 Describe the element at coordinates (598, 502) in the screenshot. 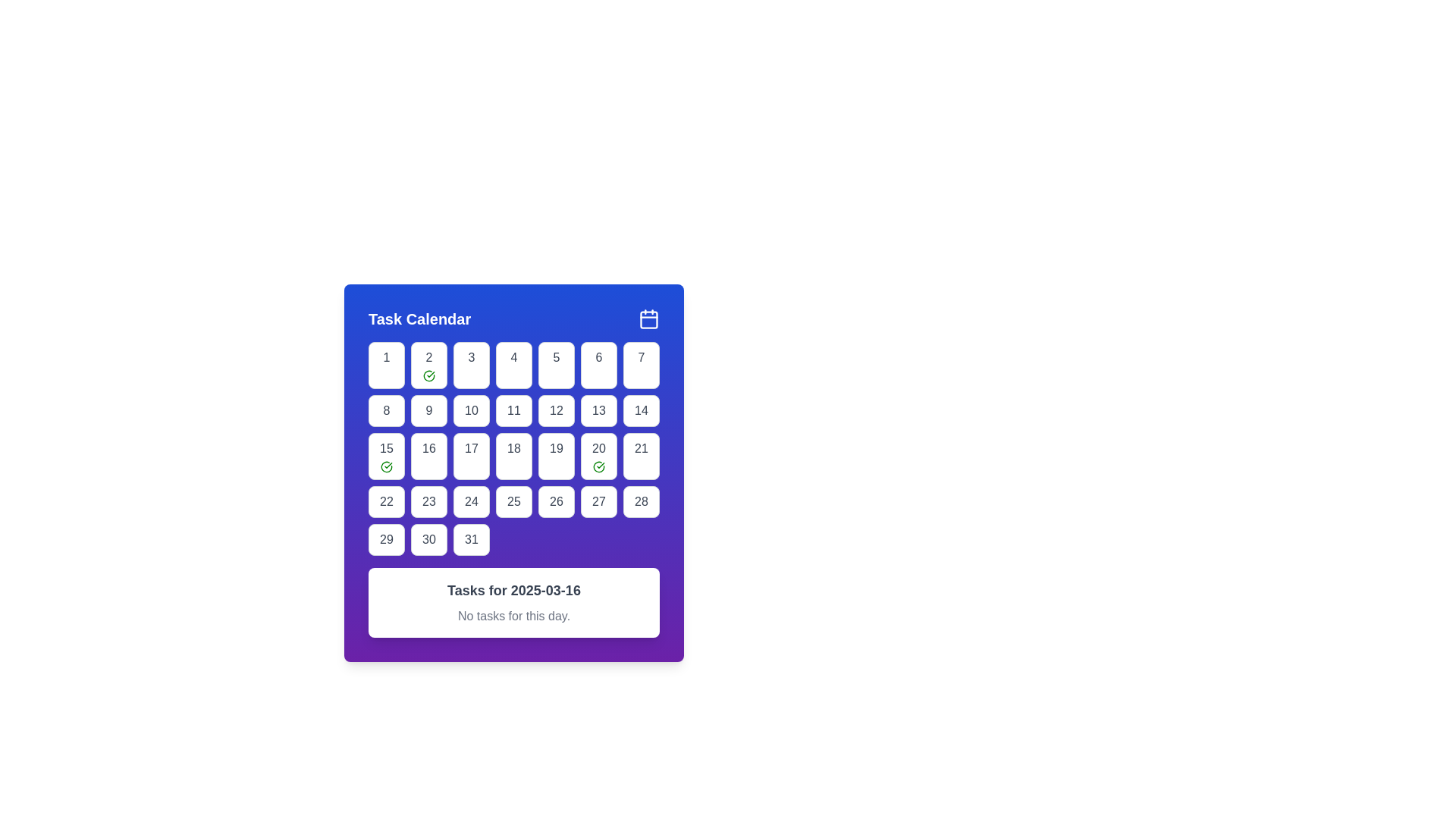

I see `the date '27' element in the calendar interface` at that location.